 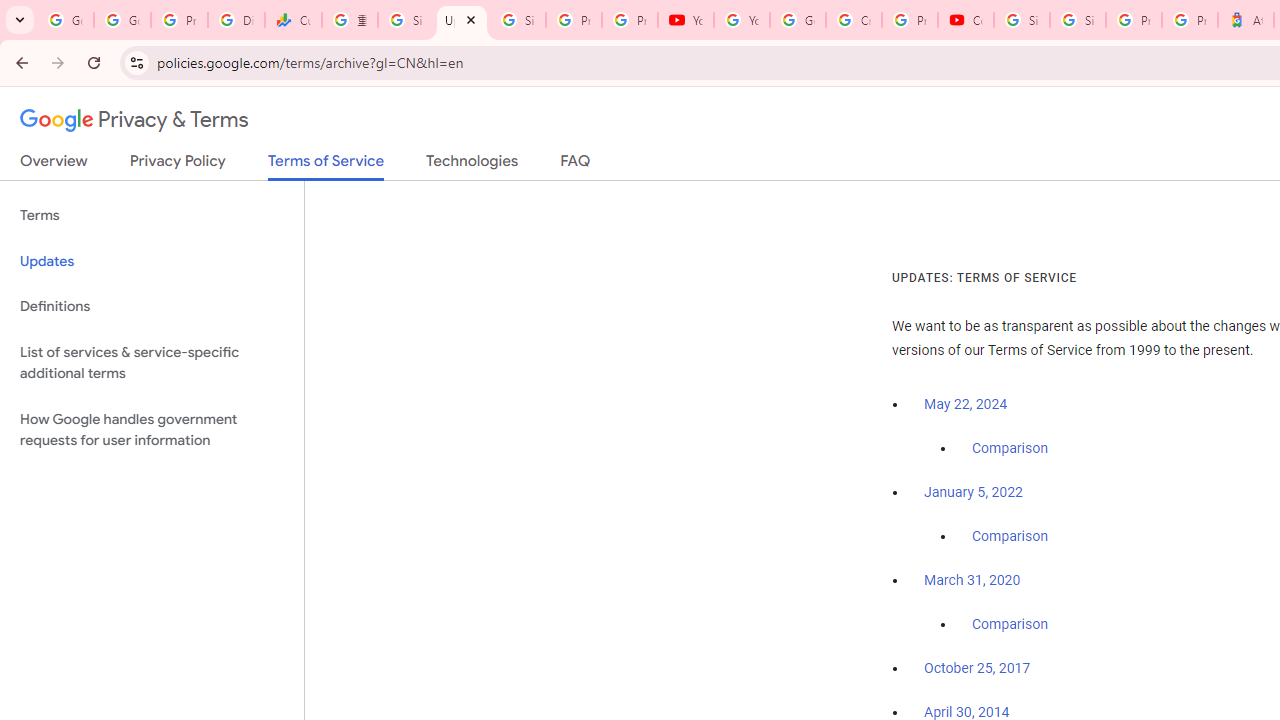 I want to click on 'May 22, 2024', so click(x=966, y=405).